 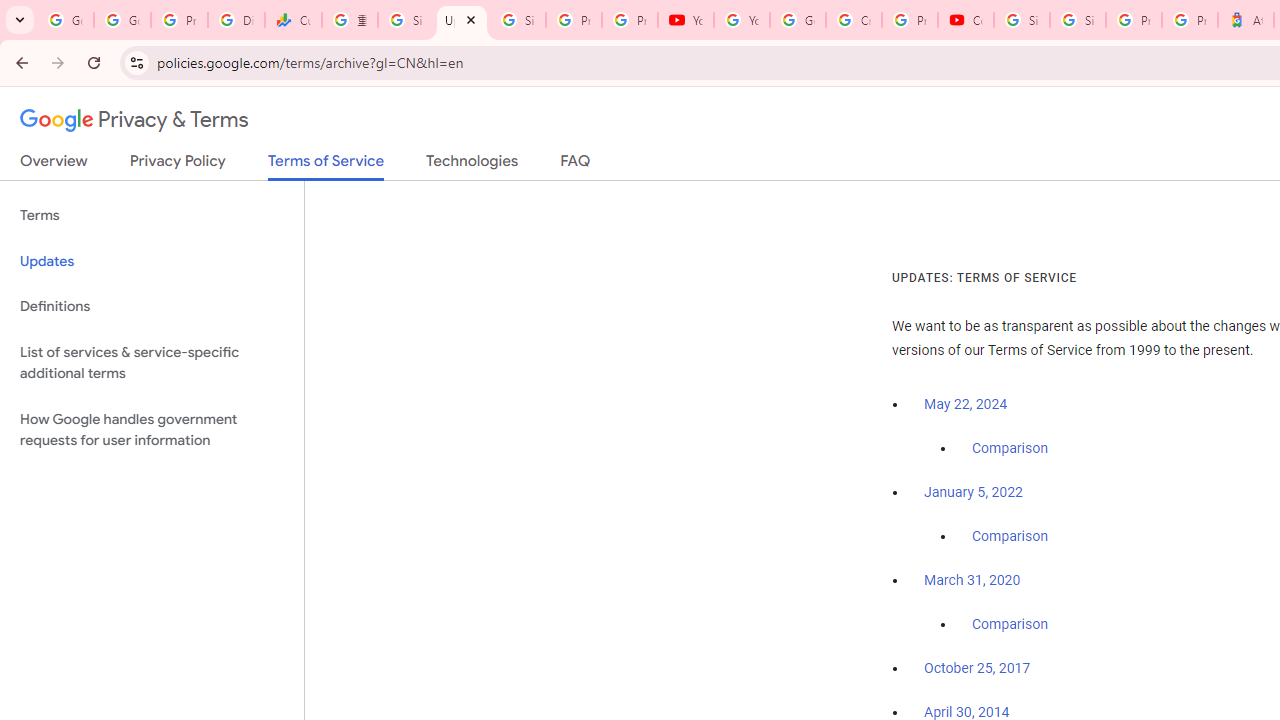 I want to click on 'May 22, 2024', so click(x=966, y=405).